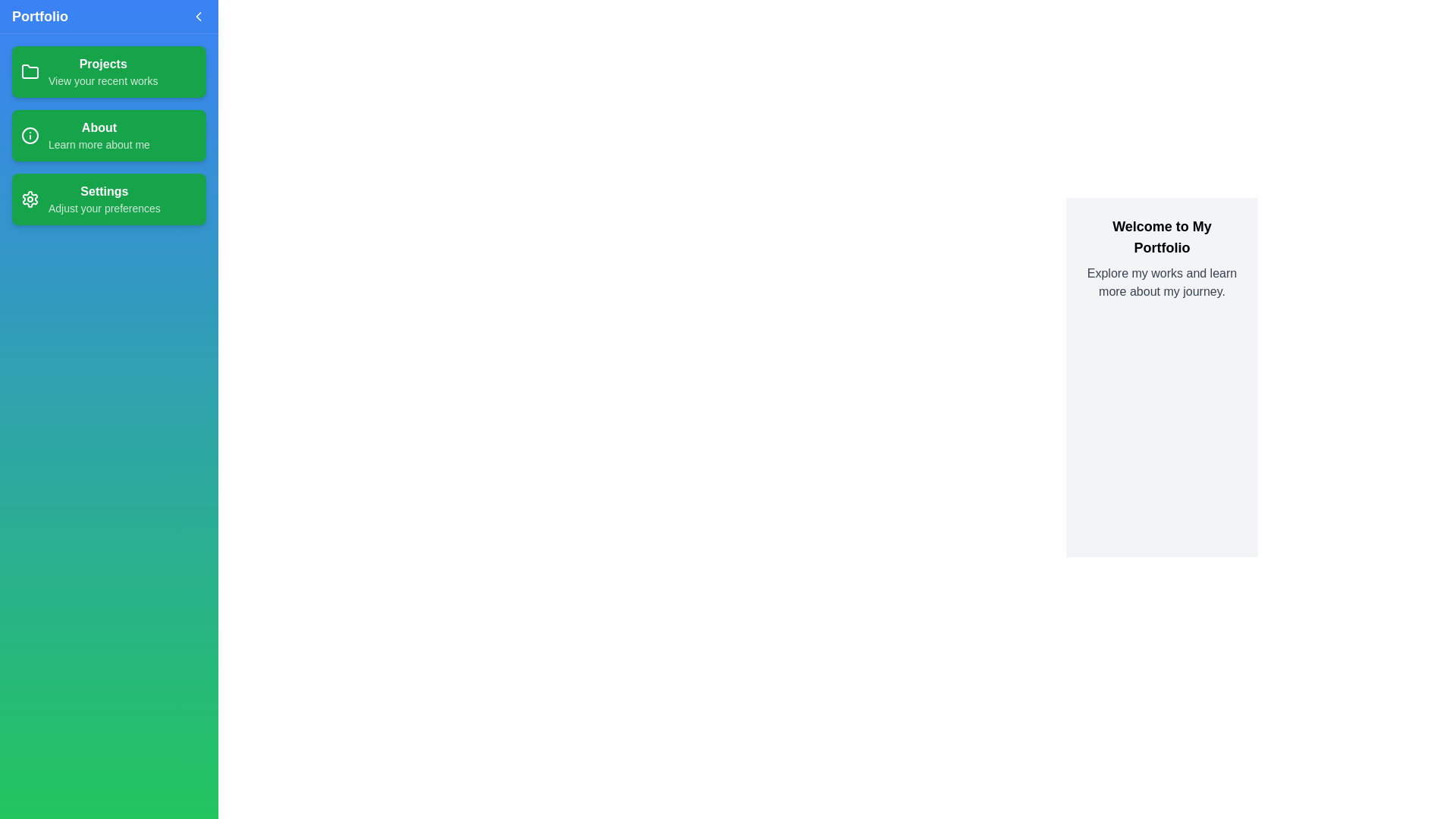 The width and height of the screenshot is (1456, 819). Describe the element at coordinates (108, 134) in the screenshot. I see `the section About in the drawer` at that location.